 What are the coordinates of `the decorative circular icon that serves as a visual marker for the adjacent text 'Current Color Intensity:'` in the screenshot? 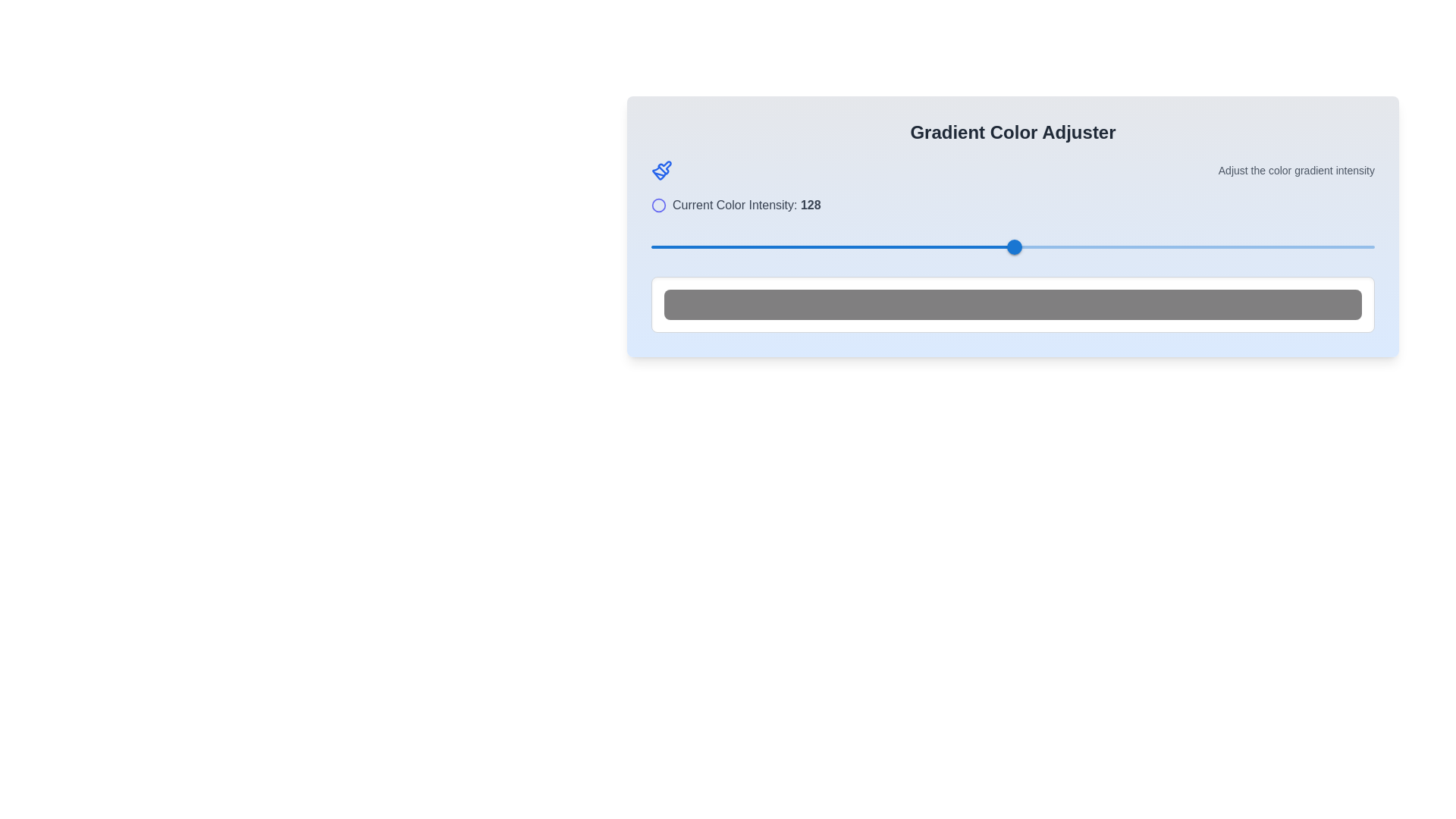 It's located at (658, 205).